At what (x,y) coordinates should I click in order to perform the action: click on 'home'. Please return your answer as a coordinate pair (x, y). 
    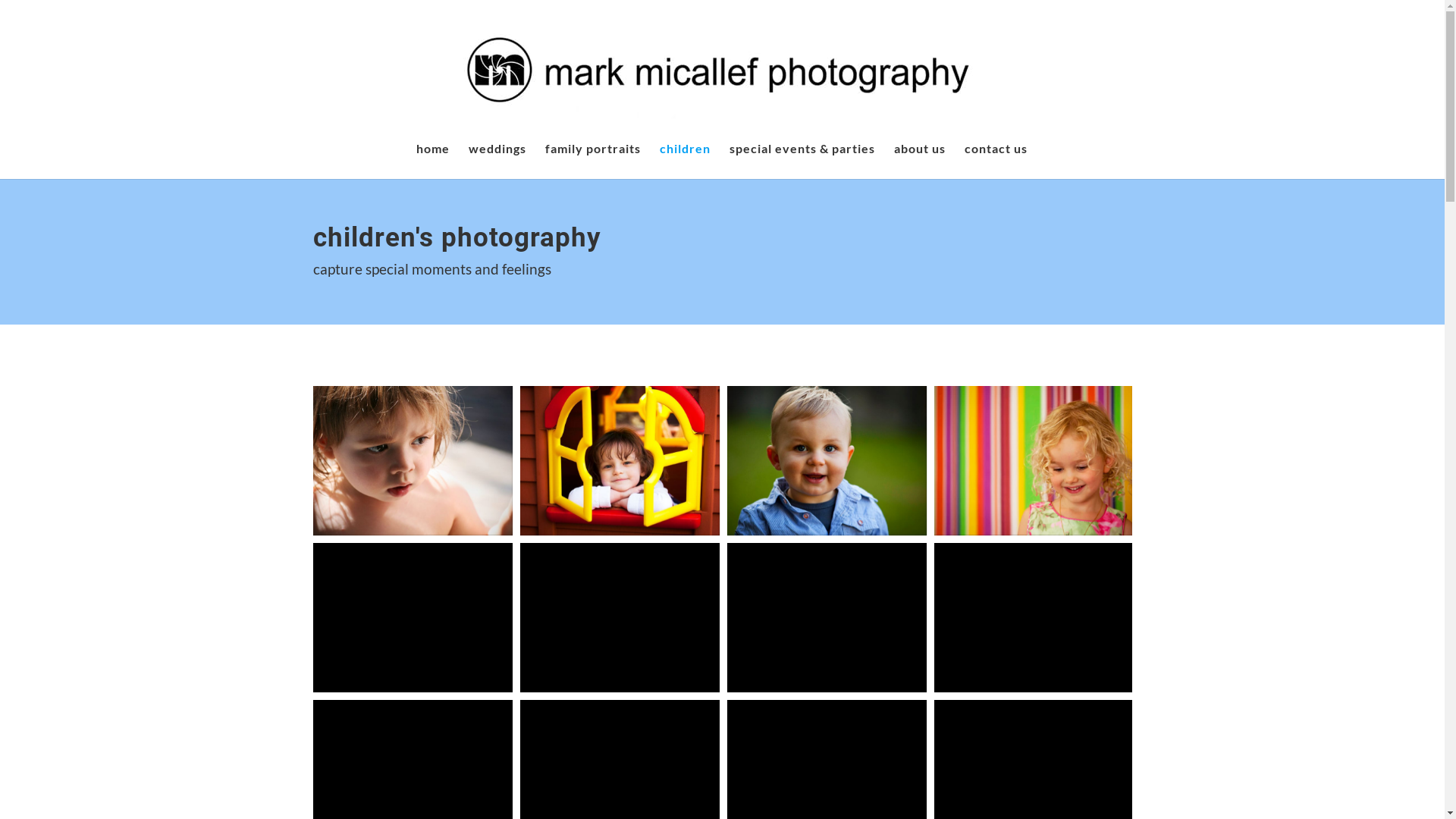
    Looking at the image, I should click on (415, 161).